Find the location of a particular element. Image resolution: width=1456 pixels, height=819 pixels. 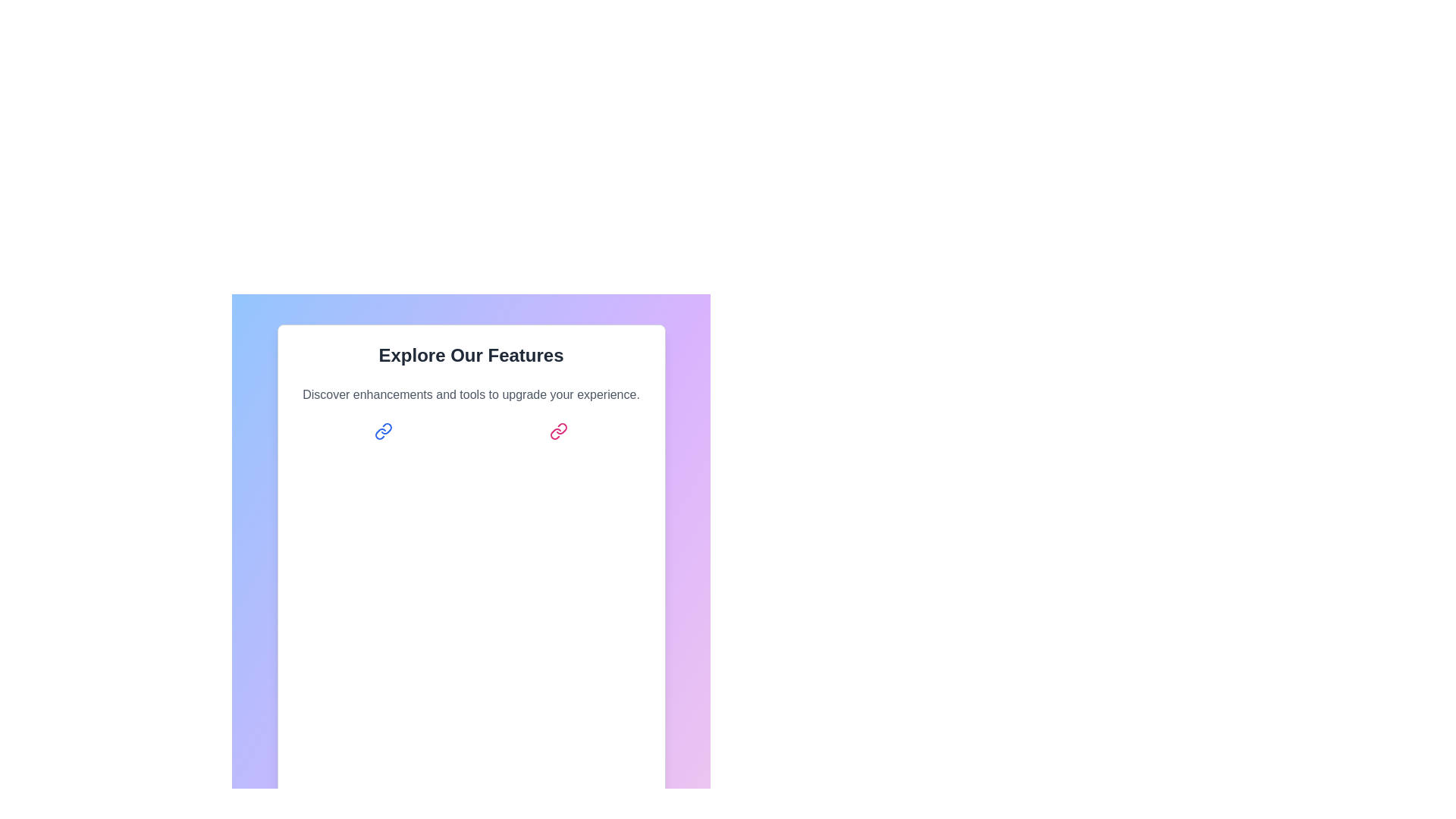

the SVG icon that represents linking or unlinking, located below the 'Explore Our Features' heading and slightly to the right in the layout is located at coordinates (555, 434).